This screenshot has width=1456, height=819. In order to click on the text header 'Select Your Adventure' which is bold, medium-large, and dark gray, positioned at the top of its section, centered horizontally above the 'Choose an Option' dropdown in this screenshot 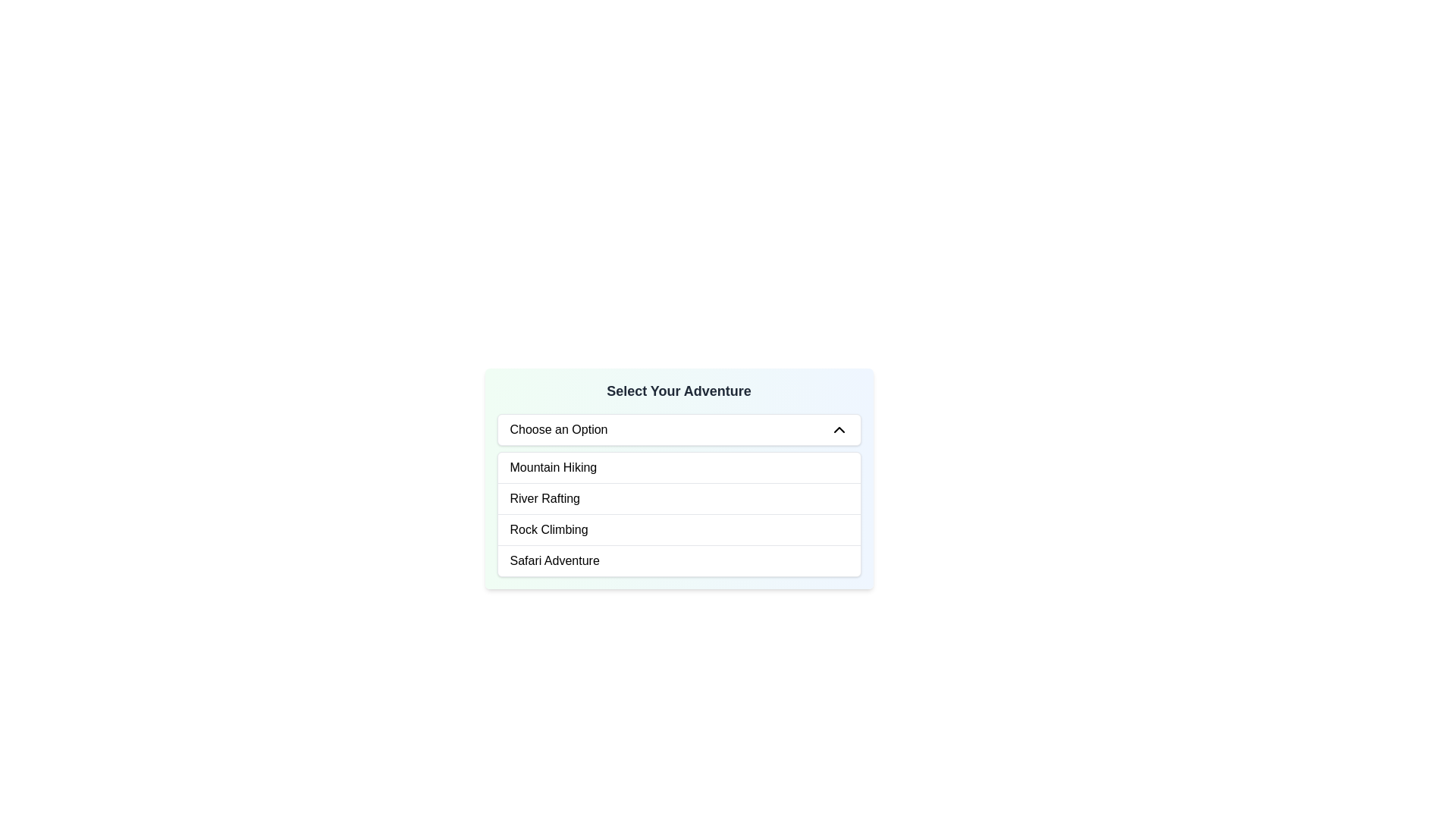, I will do `click(678, 391)`.